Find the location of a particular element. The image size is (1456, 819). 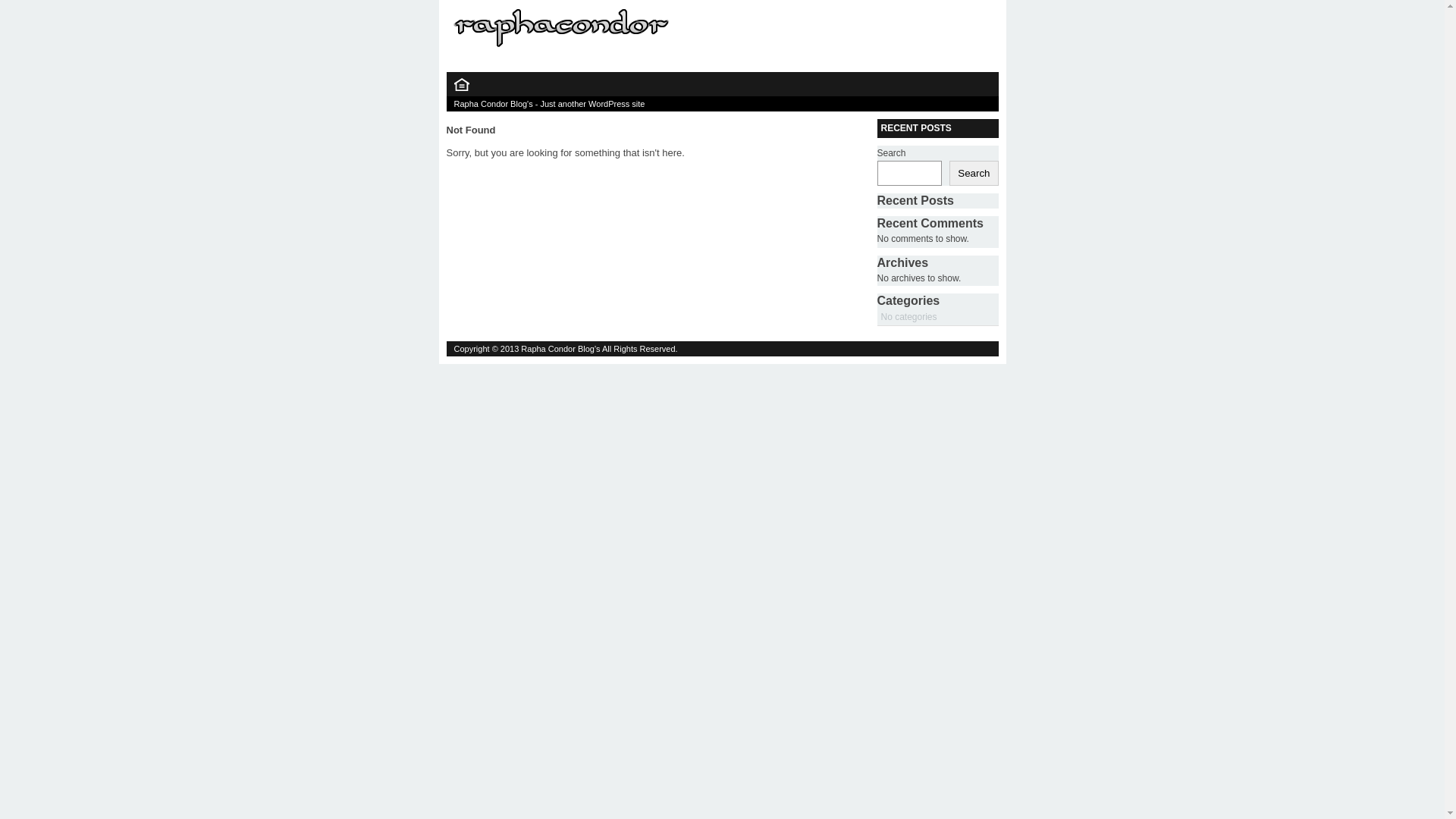

'Search' is located at coordinates (973, 172).